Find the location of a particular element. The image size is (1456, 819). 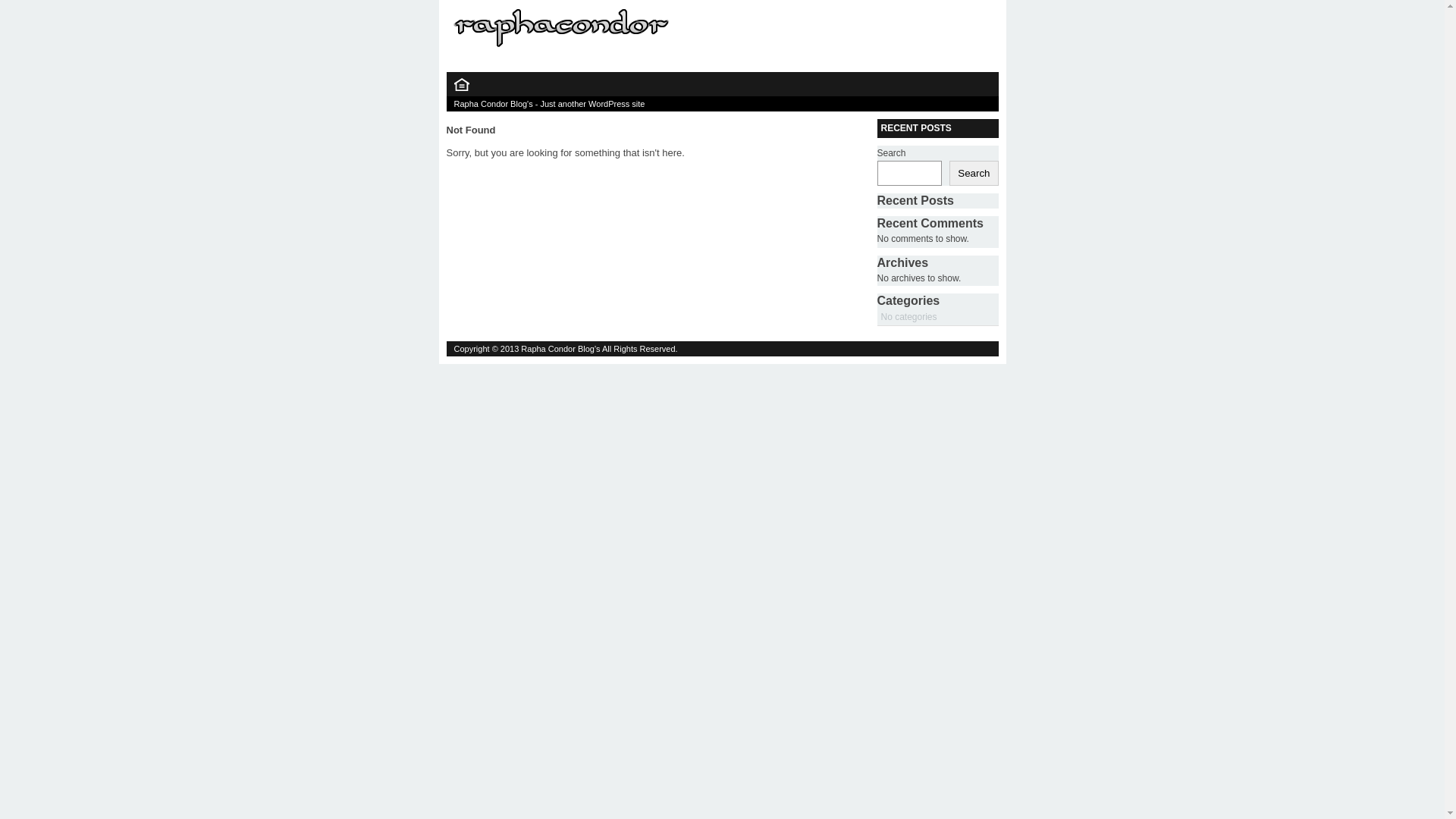

'Search' is located at coordinates (973, 172).